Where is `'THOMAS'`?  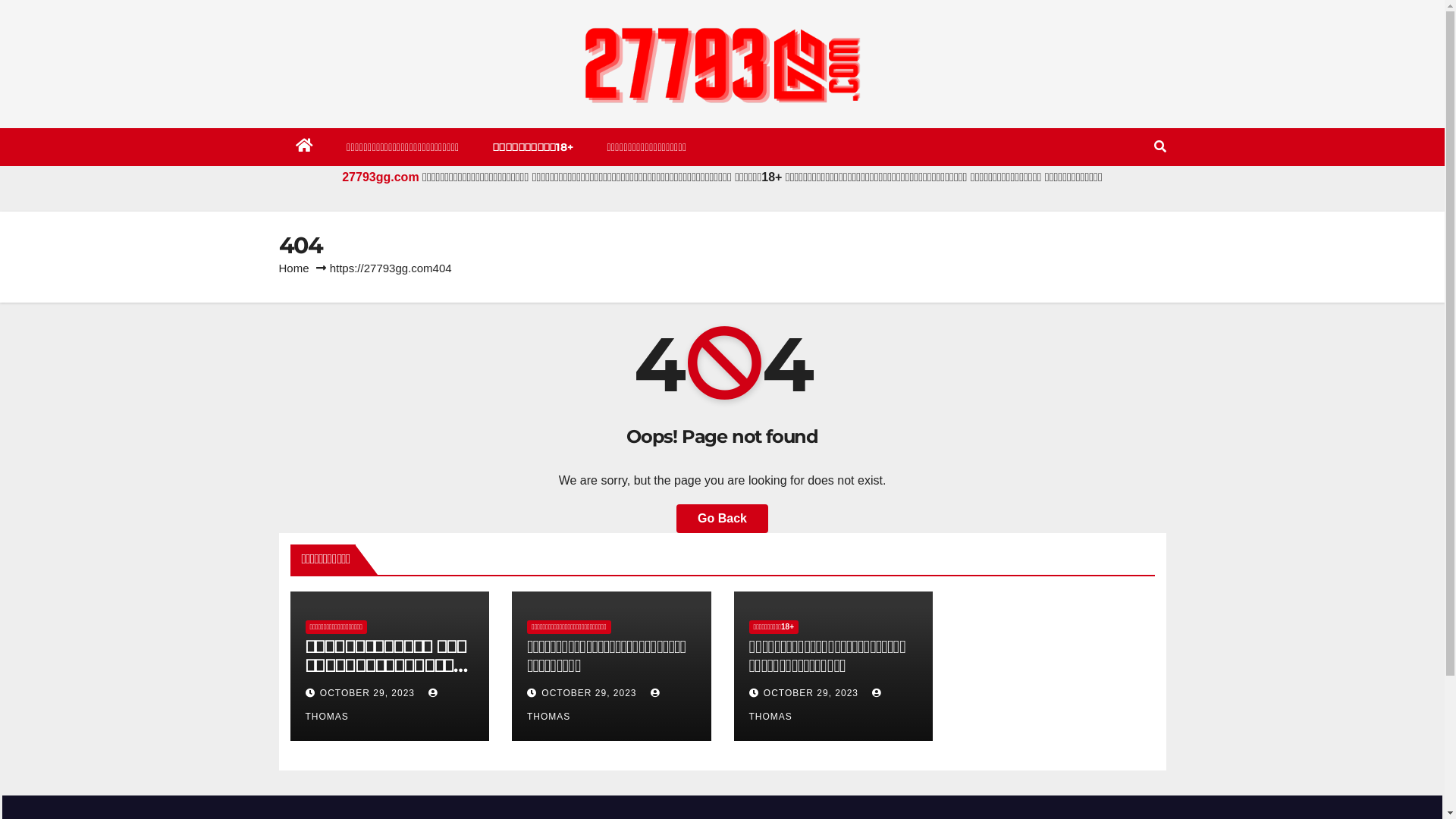 'THOMAS' is located at coordinates (372, 704).